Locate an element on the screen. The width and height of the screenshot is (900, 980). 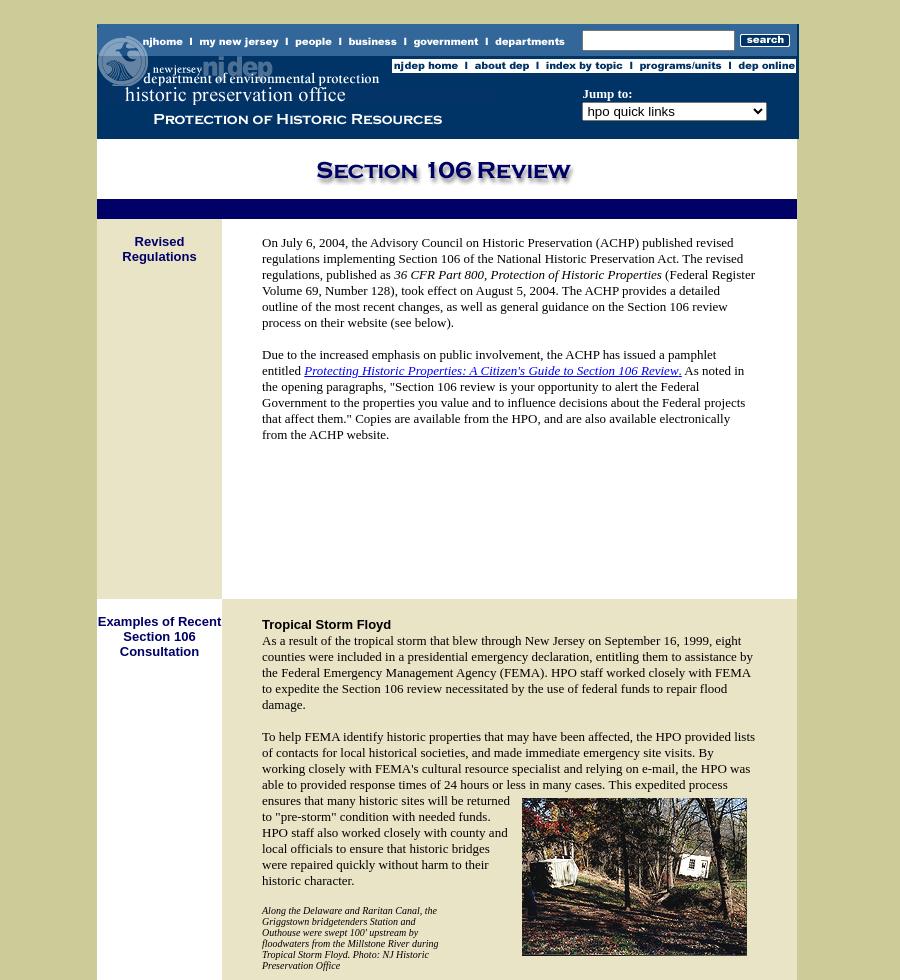
'(Federal Register Volume 69, Number 128), took effect on August 5, 2004. 
      The ACHP provides a detailed outline of the most recent changes, as well 
      as general guidance on the Section 106 review process on their website (see 
      below).' is located at coordinates (506, 298).